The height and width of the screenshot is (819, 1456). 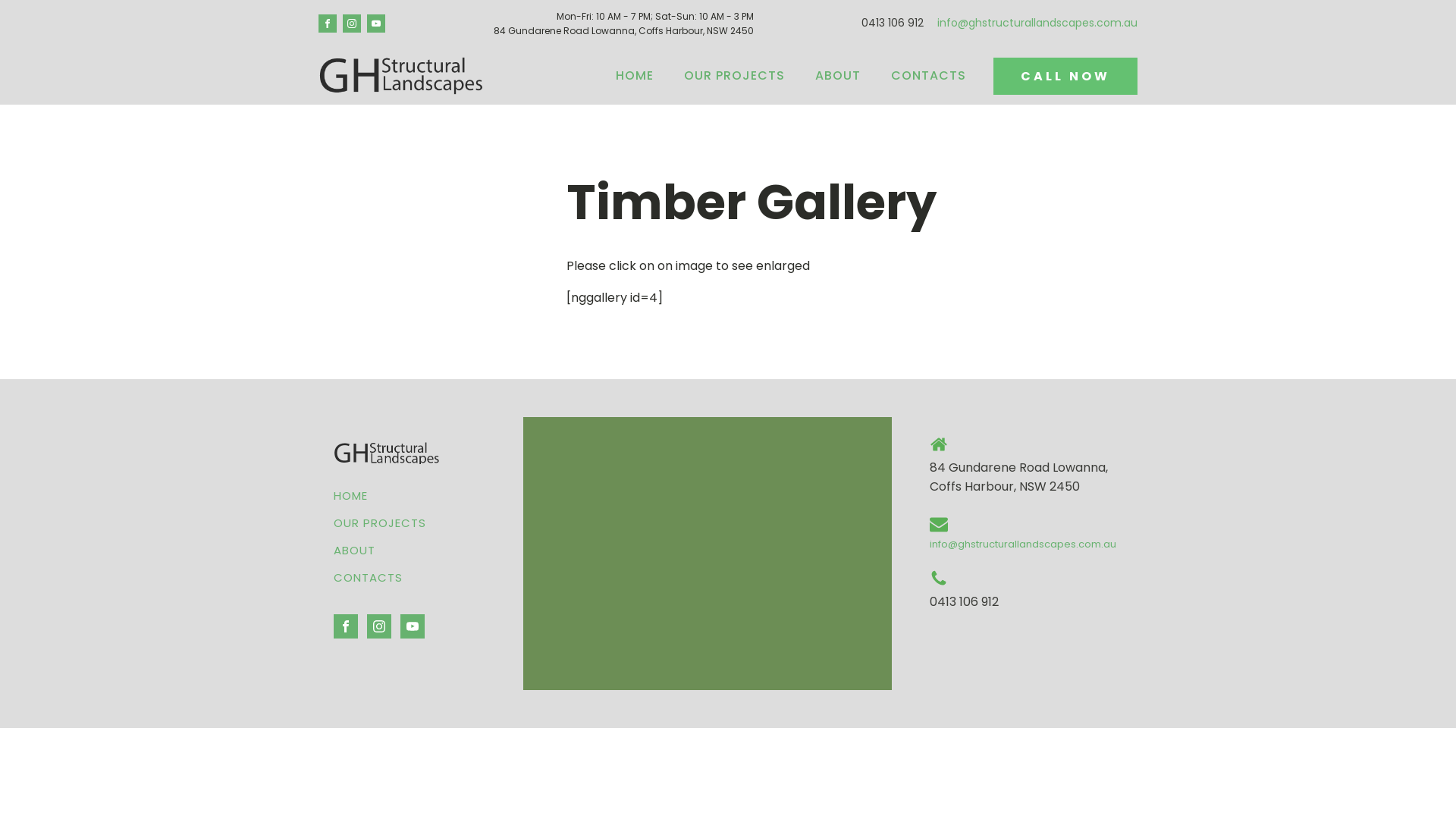 What do you see at coordinates (379, 496) in the screenshot?
I see `'HOME'` at bounding box center [379, 496].